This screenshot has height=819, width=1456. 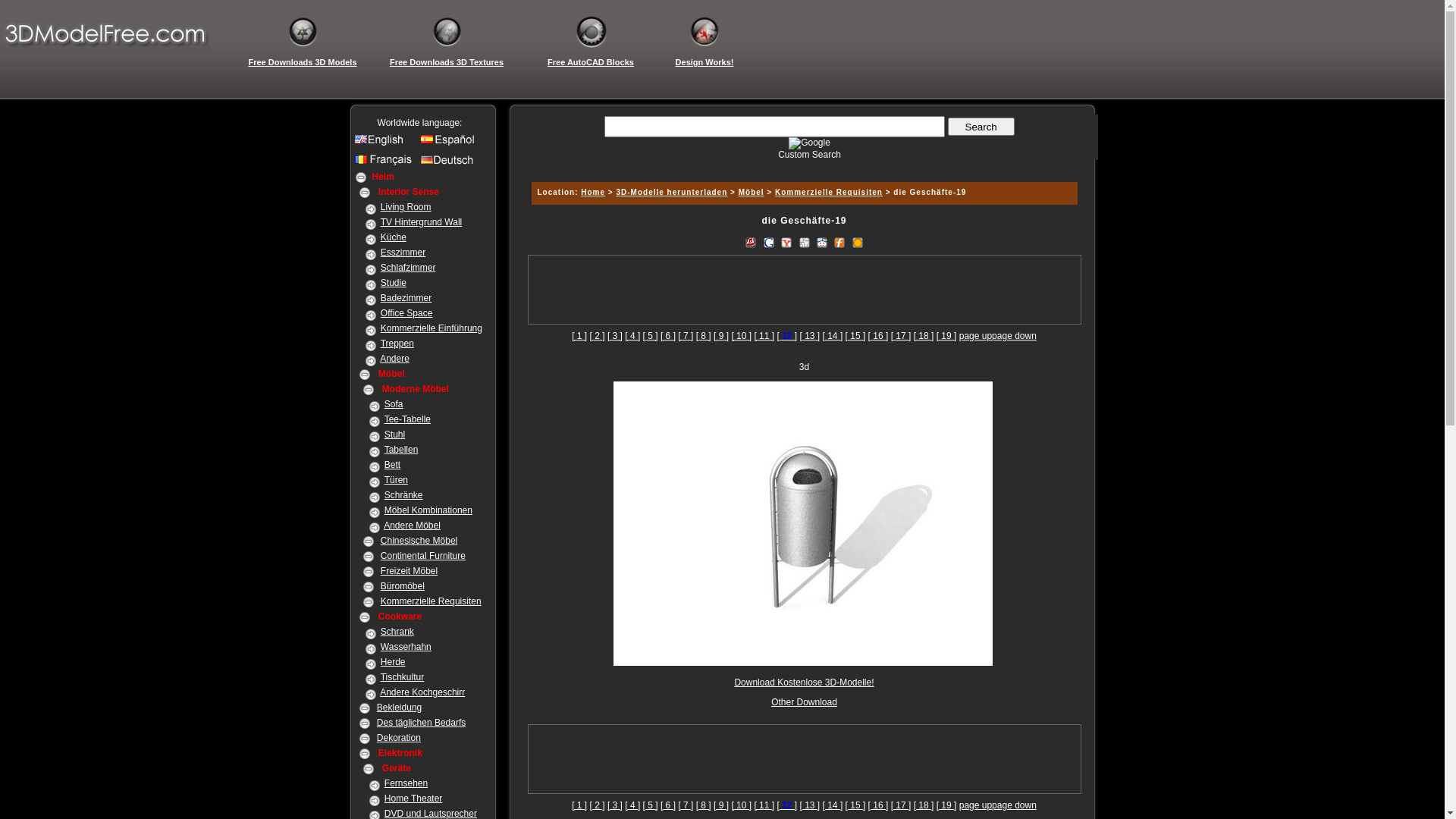 What do you see at coordinates (382, 175) in the screenshot?
I see `'Heim'` at bounding box center [382, 175].